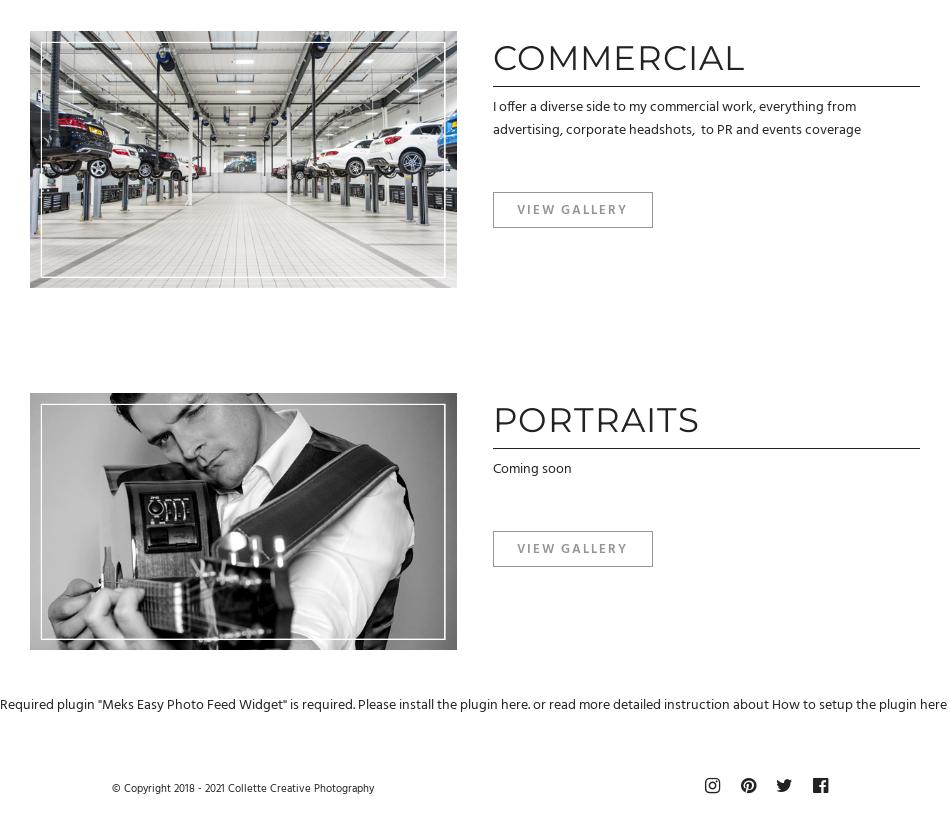 This screenshot has height=840, width=950. I want to click on 'Coming soon', so click(531, 469).